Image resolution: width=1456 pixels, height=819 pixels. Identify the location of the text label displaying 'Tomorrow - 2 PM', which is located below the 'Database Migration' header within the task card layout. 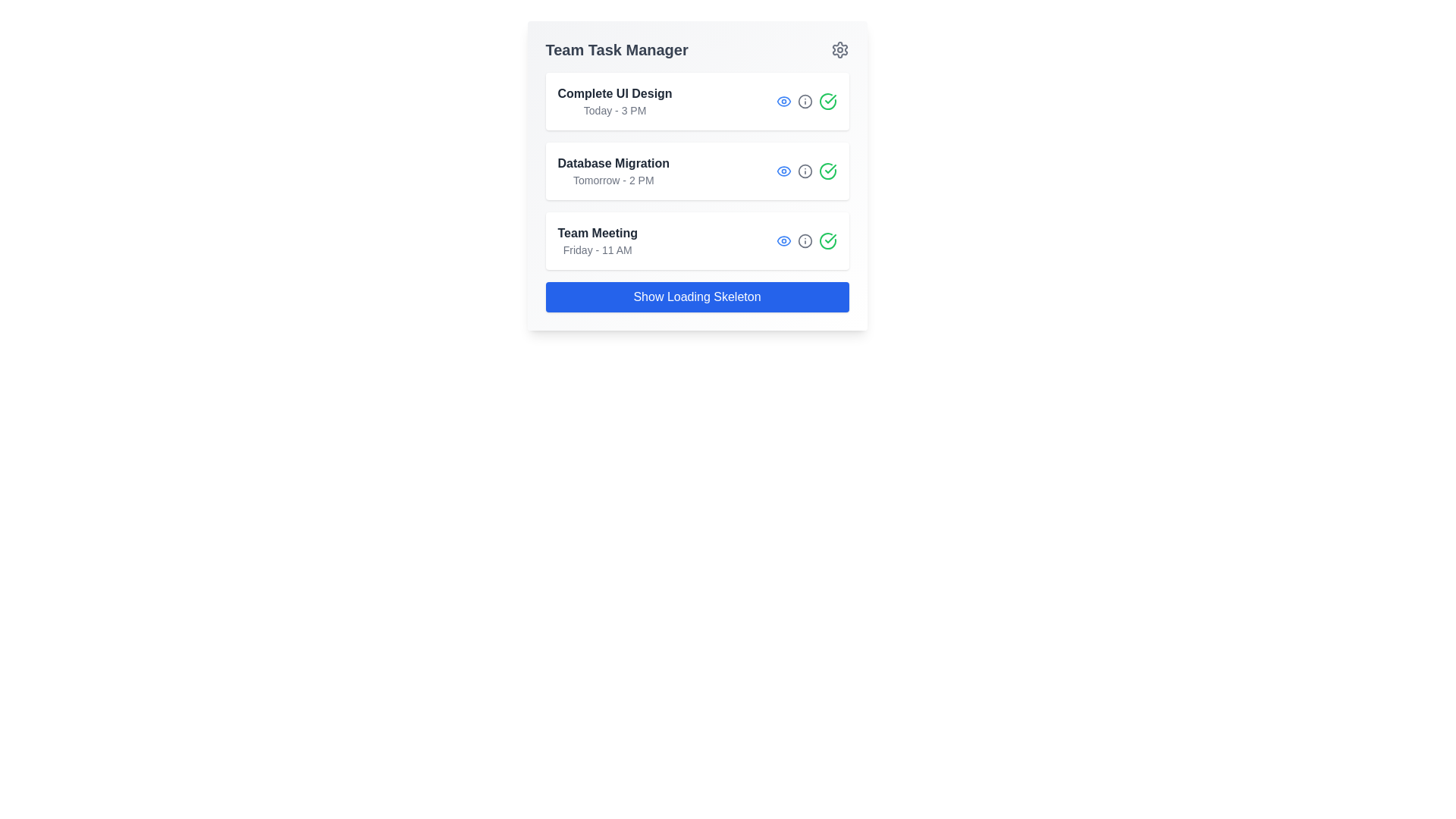
(613, 180).